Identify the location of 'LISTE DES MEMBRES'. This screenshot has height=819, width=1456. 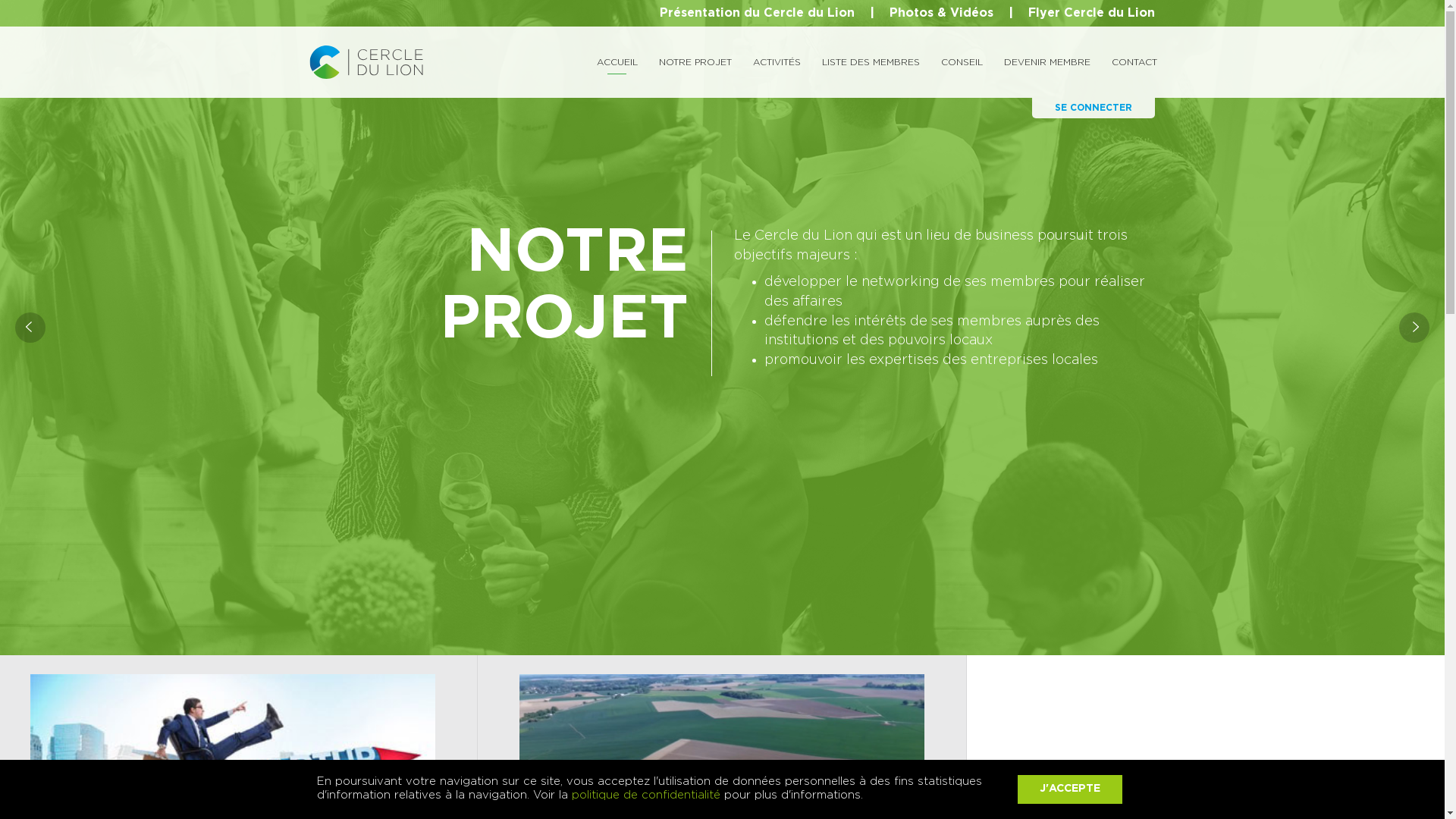
(871, 61).